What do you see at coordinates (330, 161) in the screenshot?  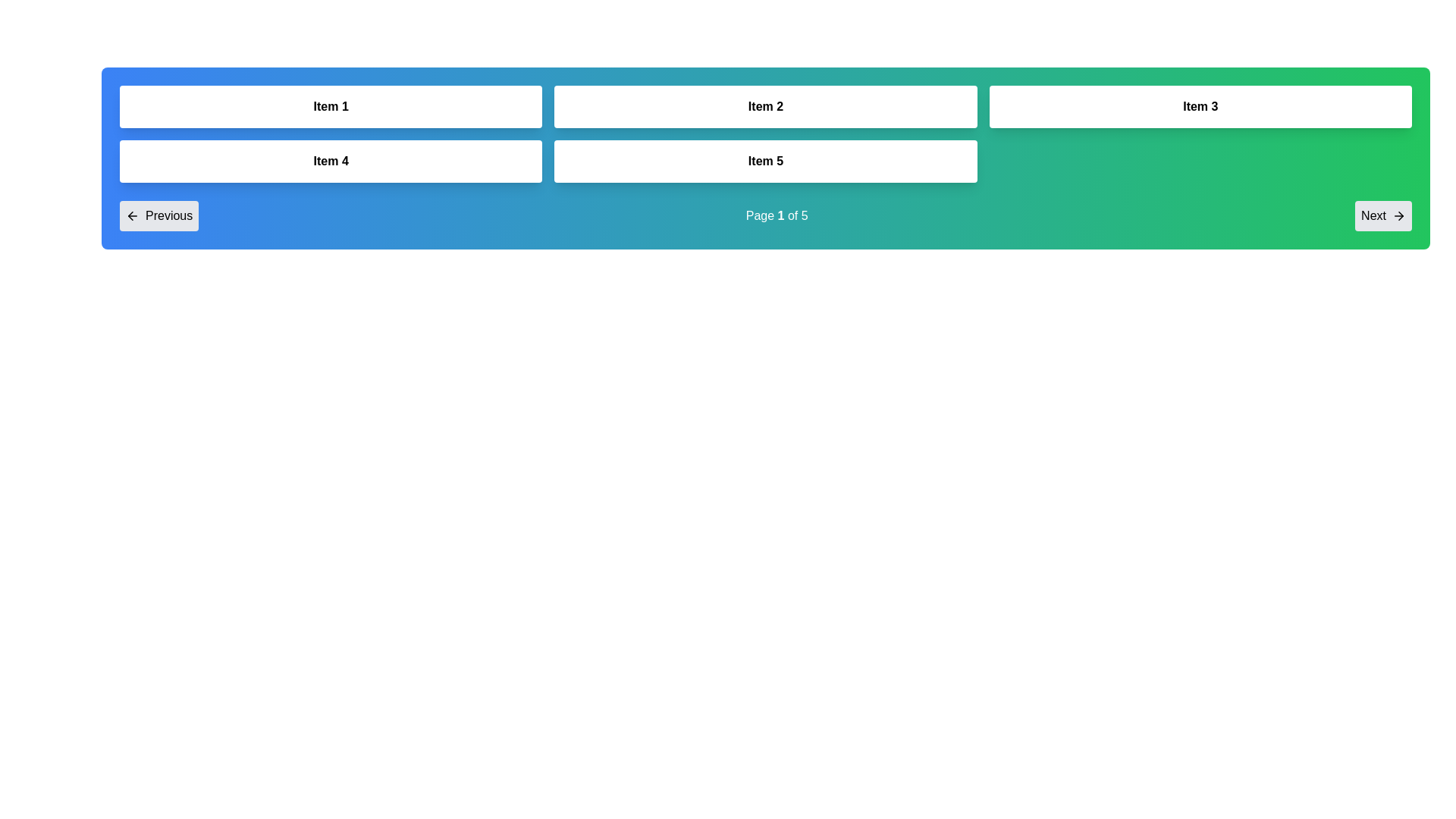 I see `the text element displaying 'Item 4' in bold within a white rectangular box with rounded corners, located in the second row of the grid layout, between 'Item 1' and 'Item 5'` at bounding box center [330, 161].